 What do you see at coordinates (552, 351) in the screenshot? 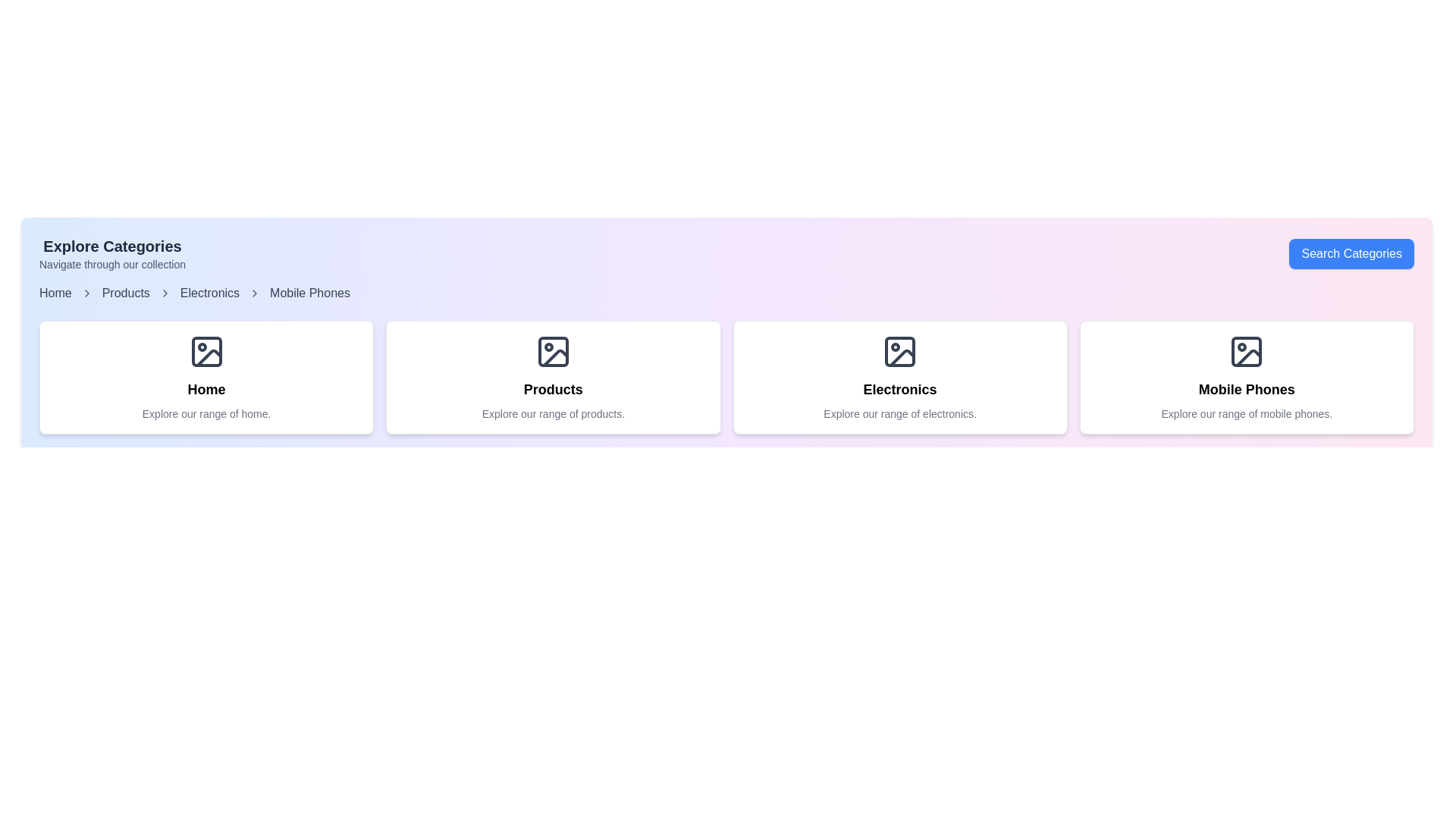
I see `the decorative rectangle with rounded corners that visually represents a product category, located centrally within the second card from the left` at bounding box center [552, 351].